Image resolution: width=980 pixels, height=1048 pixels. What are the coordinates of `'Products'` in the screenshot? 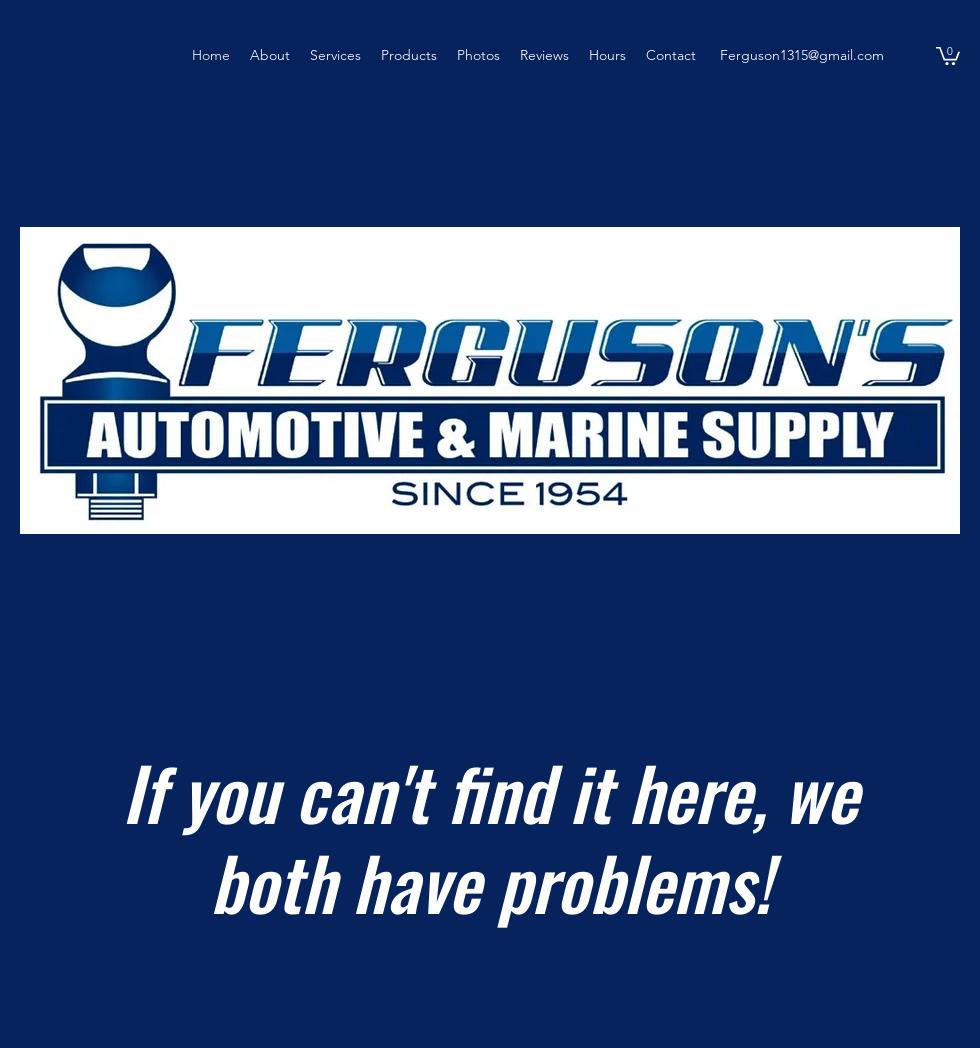 It's located at (408, 55).